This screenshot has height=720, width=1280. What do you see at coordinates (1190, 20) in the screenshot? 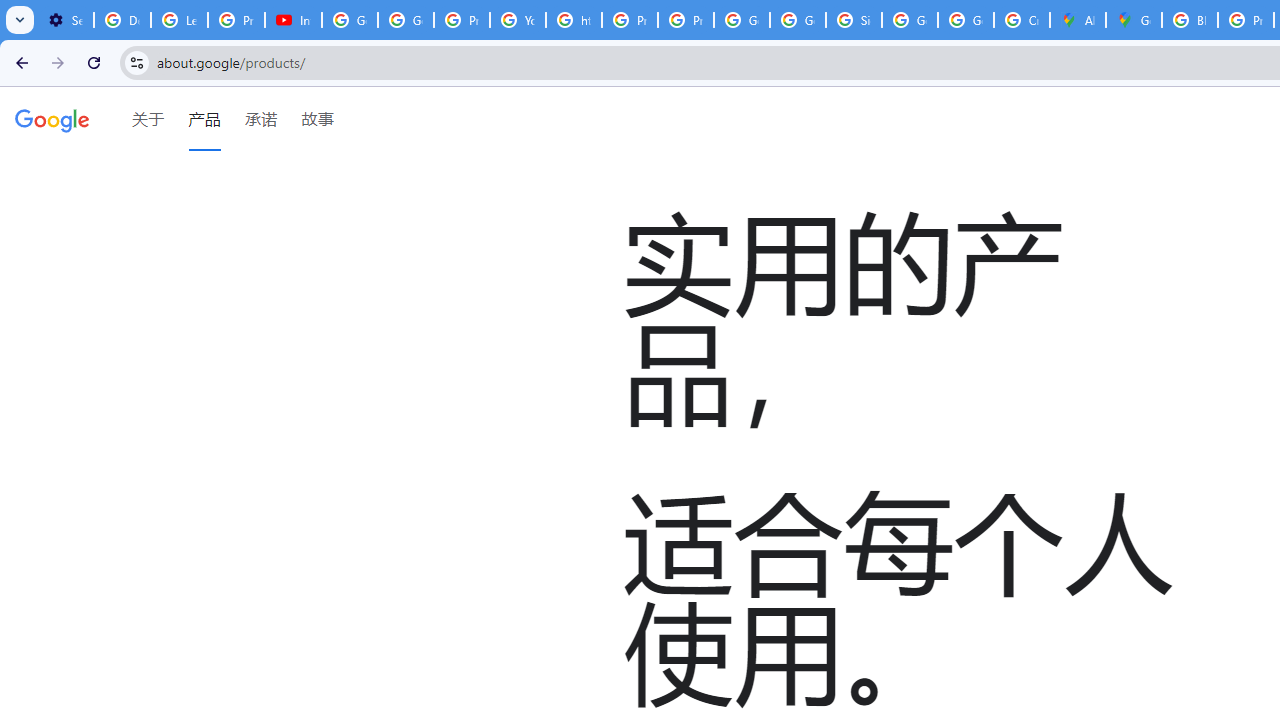
I see `'Blogger Policies and Guidelines - Transparency Center'` at bounding box center [1190, 20].